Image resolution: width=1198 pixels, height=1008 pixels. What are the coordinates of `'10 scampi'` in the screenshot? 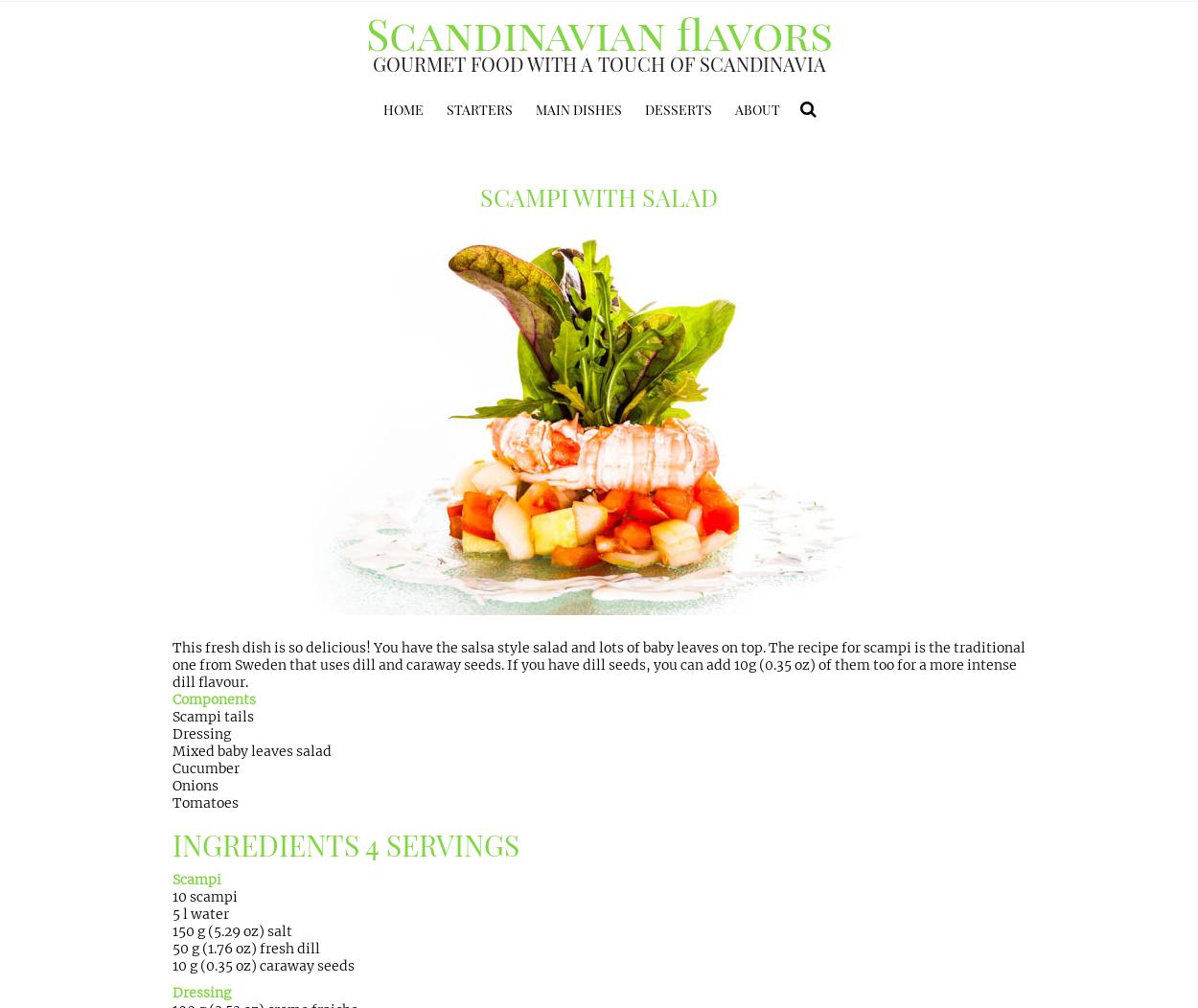 It's located at (173, 895).